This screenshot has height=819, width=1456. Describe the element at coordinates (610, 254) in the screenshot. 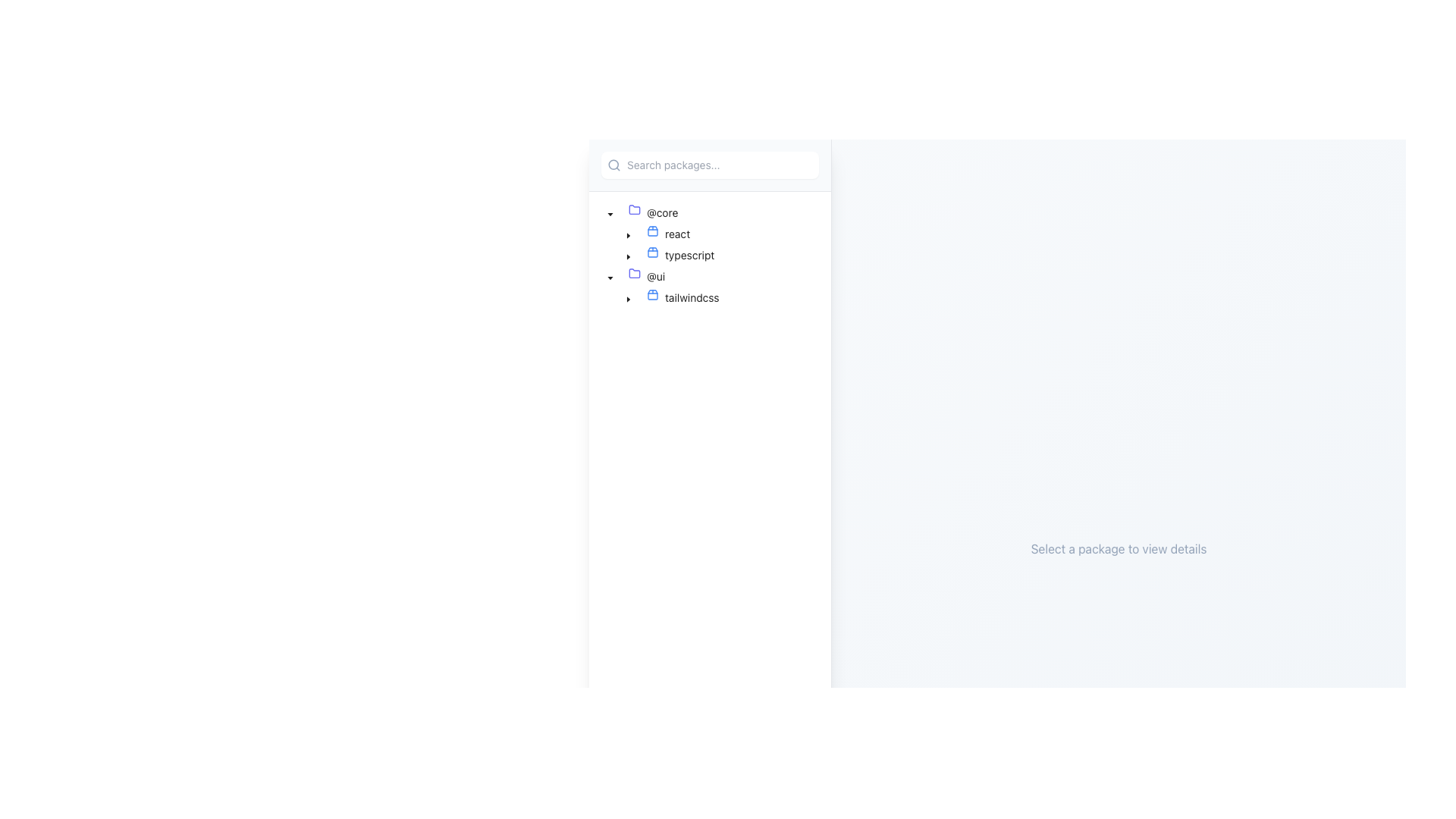

I see `the first visible Visual Spacer (Indentation Marker) in the tree view structure for the leaf item titled 'typescript'` at that location.